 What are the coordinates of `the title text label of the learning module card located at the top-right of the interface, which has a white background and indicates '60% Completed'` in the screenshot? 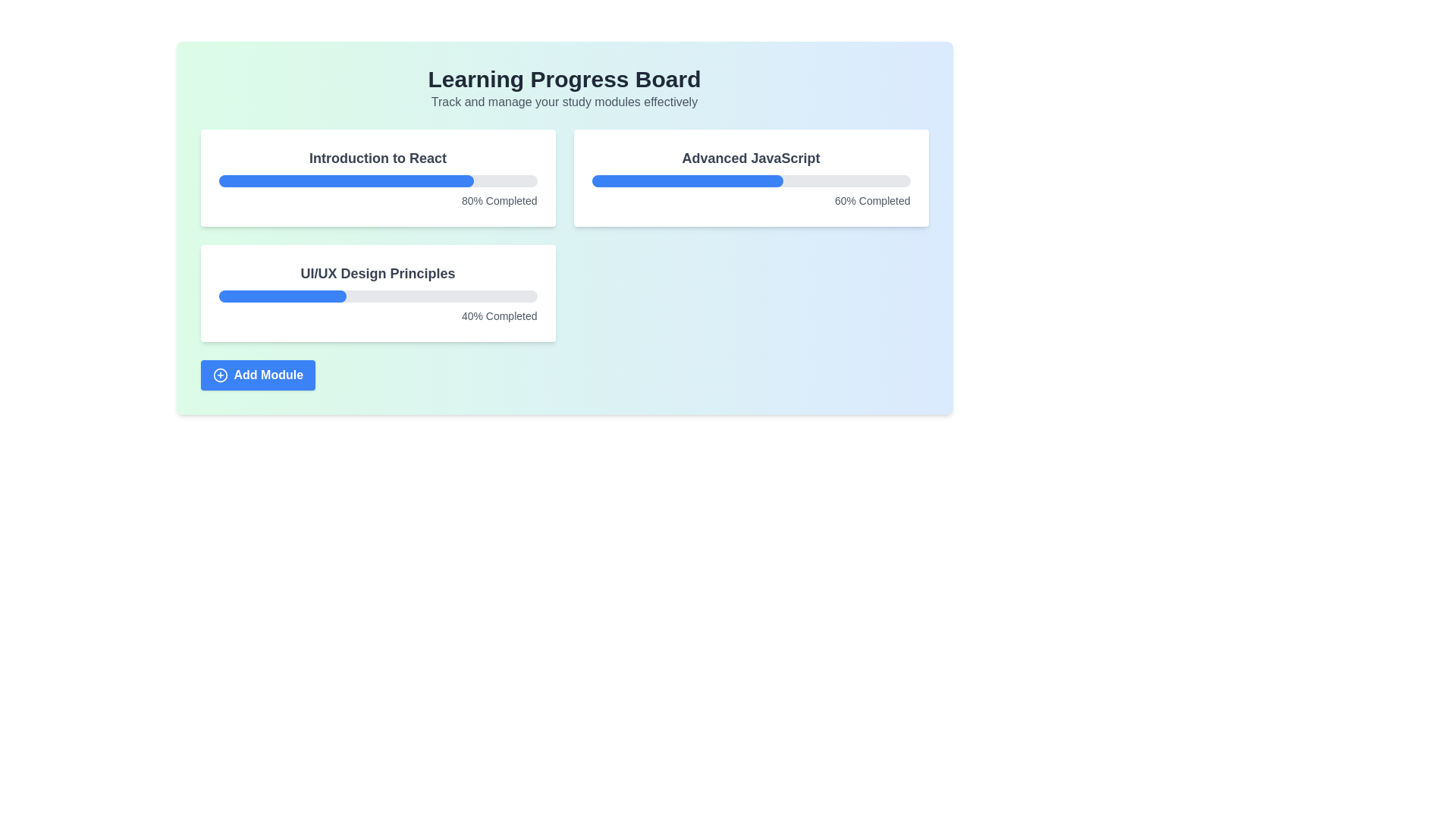 It's located at (751, 158).